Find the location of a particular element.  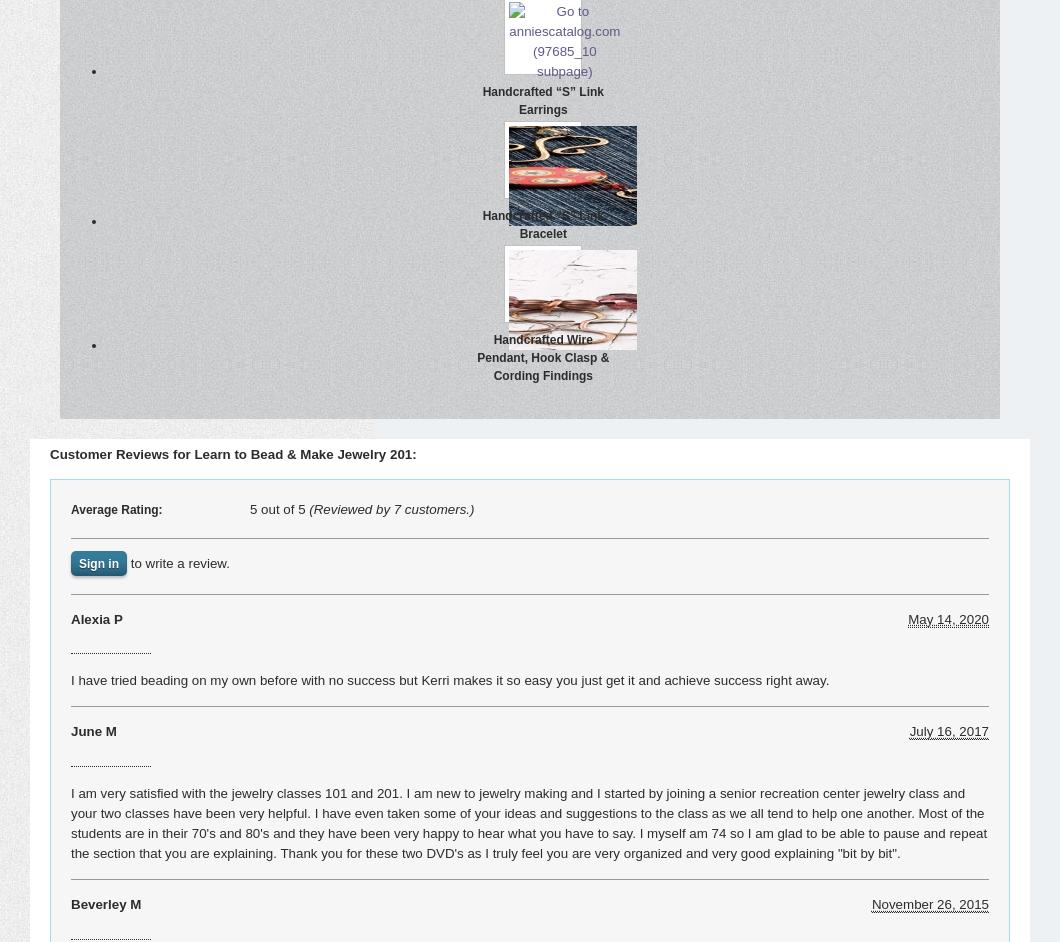

'May 14, 2020' is located at coordinates (947, 617).